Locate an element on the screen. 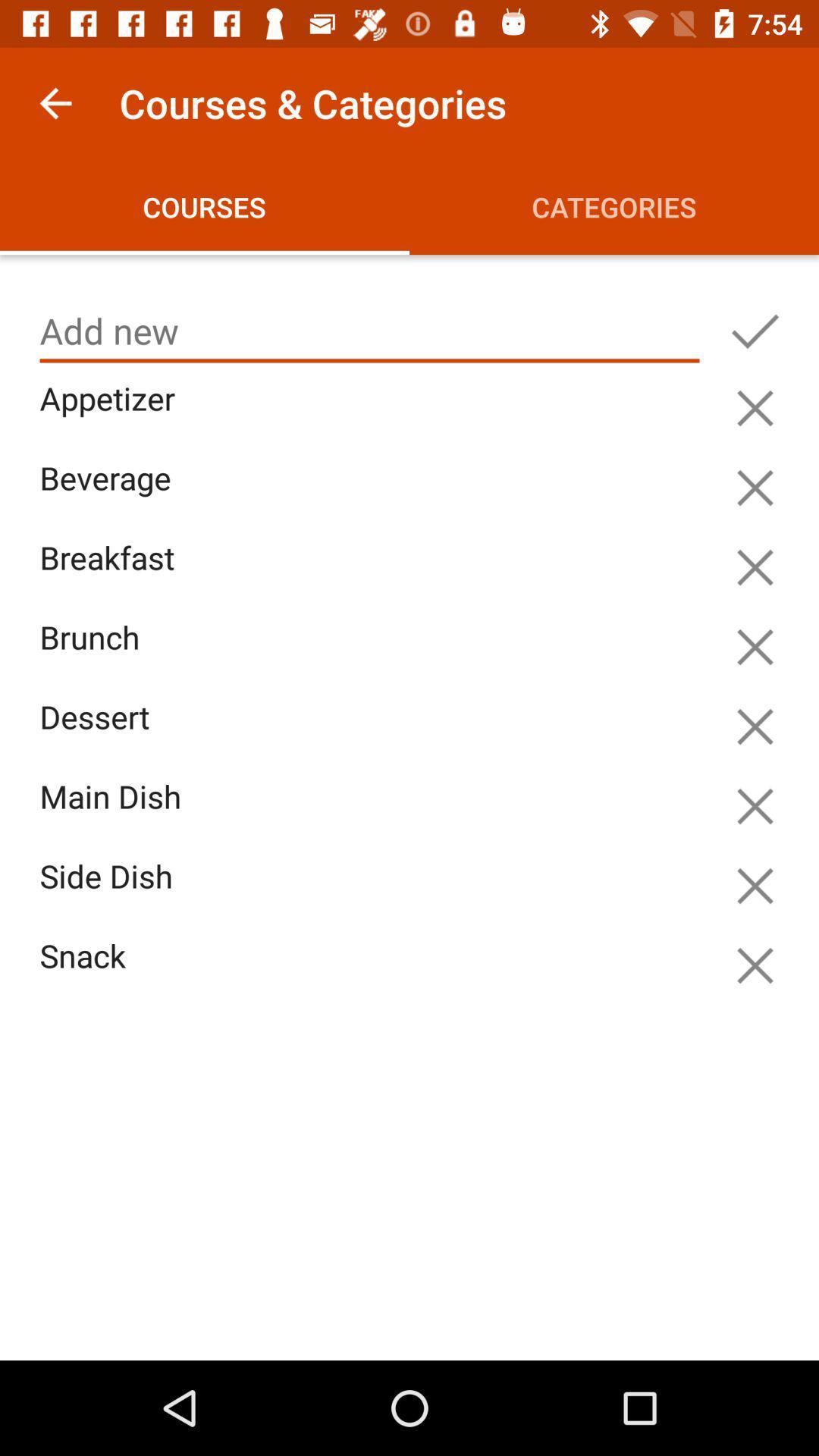  item next to courses & categories item is located at coordinates (55, 102).